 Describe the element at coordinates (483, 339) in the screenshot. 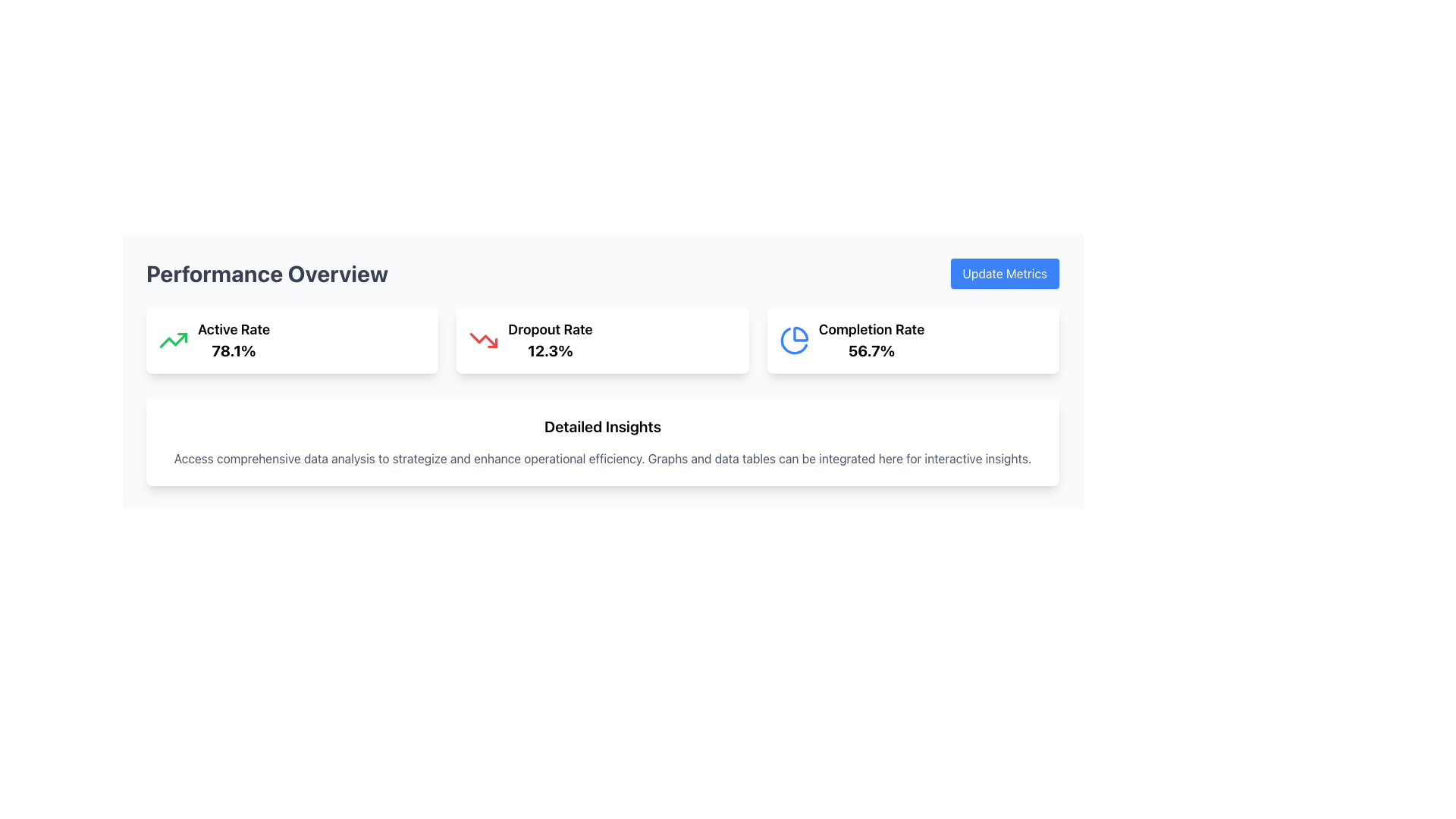

I see `the downward trend icon located in the top left section of the 'Dropout Rate' card, next to the text '12.3%' and 'Dropout Rate'` at that location.